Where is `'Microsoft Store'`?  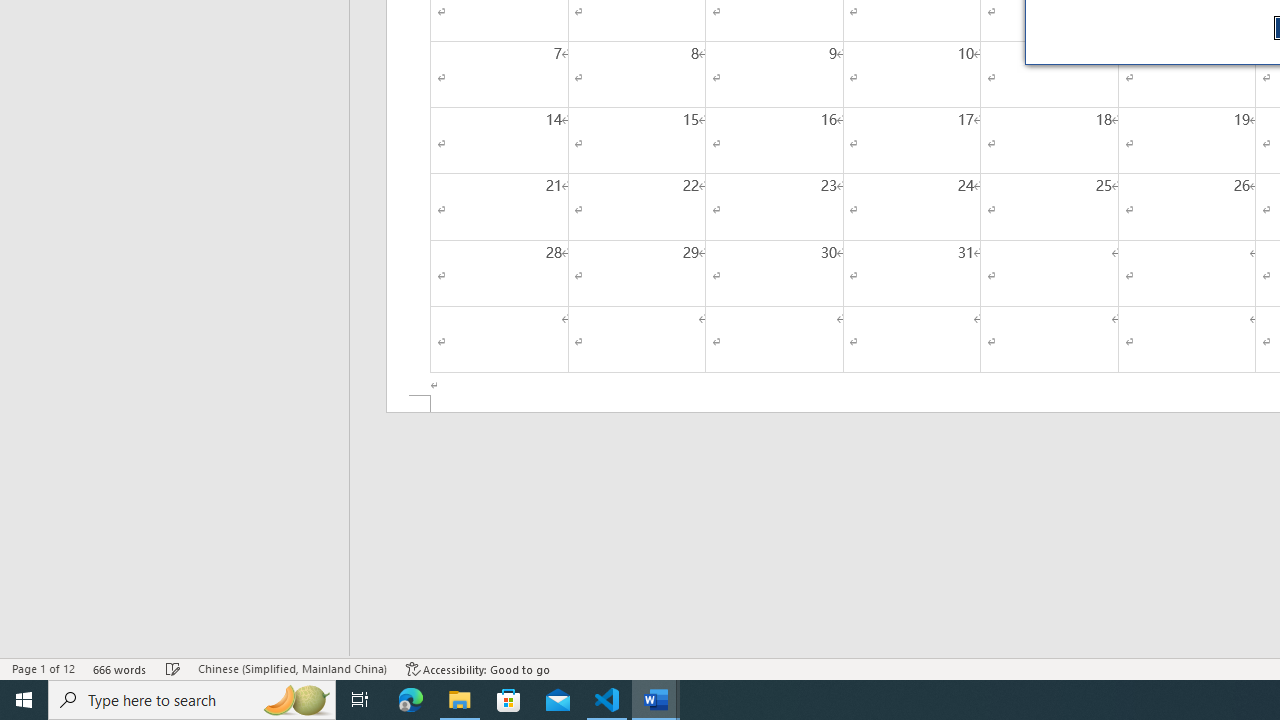 'Microsoft Store' is located at coordinates (509, 698).